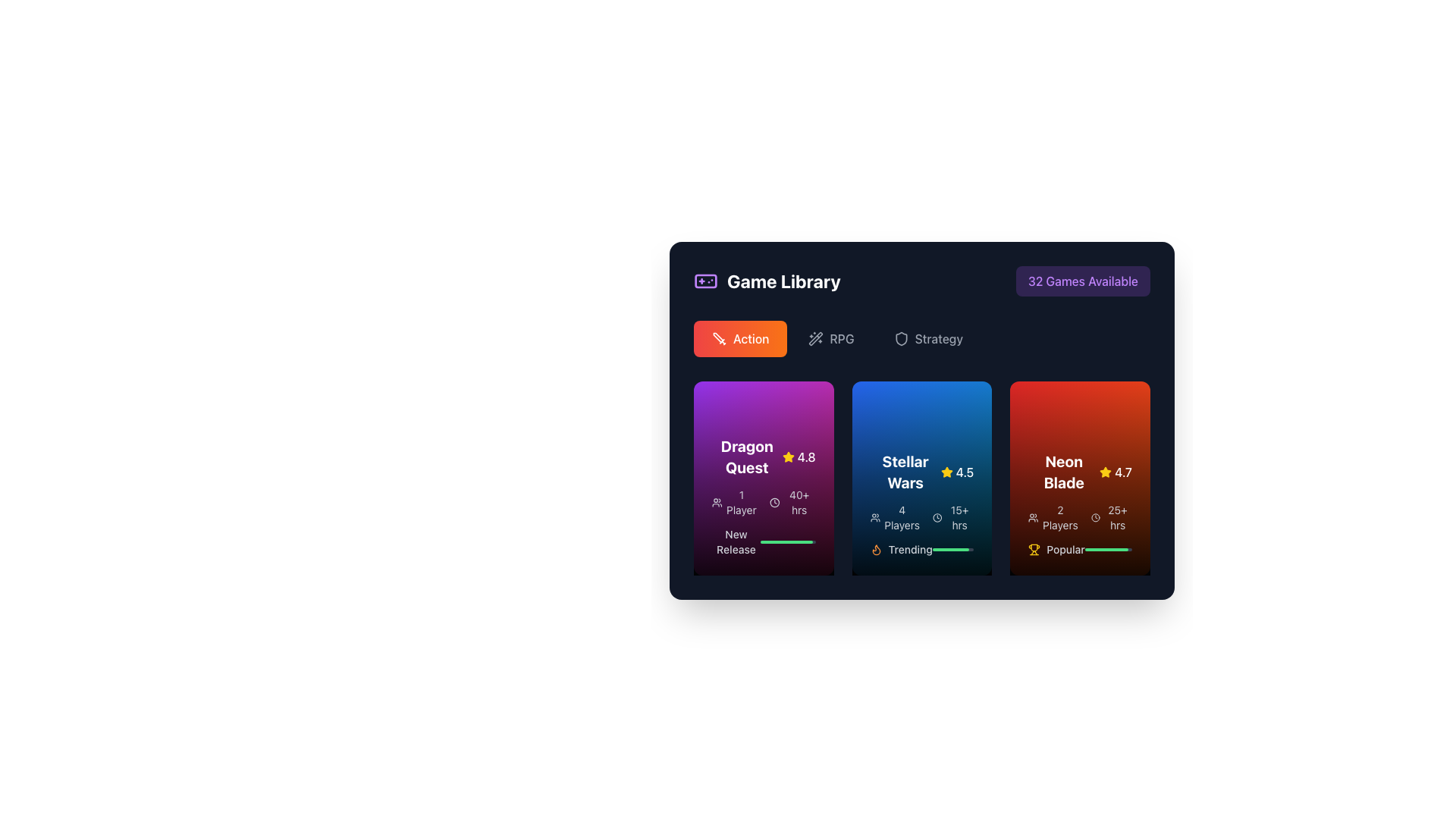 This screenshot has height=819, width=1456. What do you see at coordinates (764, 503) in the screenshot?
I see `the informational text element containing the player icon and '1 Player' text, as well as the clock icon and '40+ hrs' text, located below the title 'Dragon Quest'` at bounding box center [764, 503].